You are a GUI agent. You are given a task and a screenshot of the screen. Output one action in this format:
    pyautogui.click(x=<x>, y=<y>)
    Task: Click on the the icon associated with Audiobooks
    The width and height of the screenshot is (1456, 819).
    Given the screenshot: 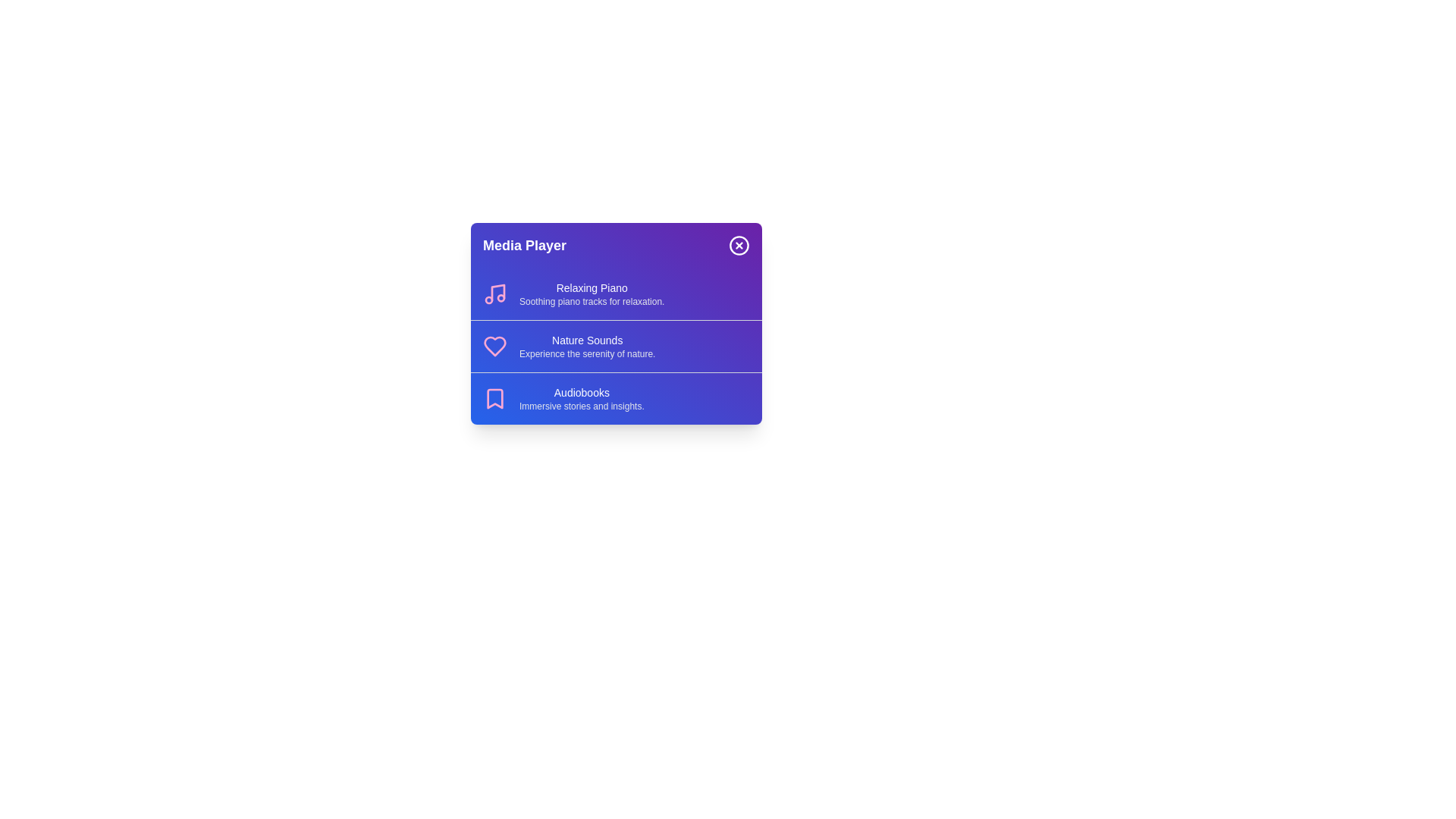 What is the action you would take?
    pyautogui.click(x=494, y=397)
    